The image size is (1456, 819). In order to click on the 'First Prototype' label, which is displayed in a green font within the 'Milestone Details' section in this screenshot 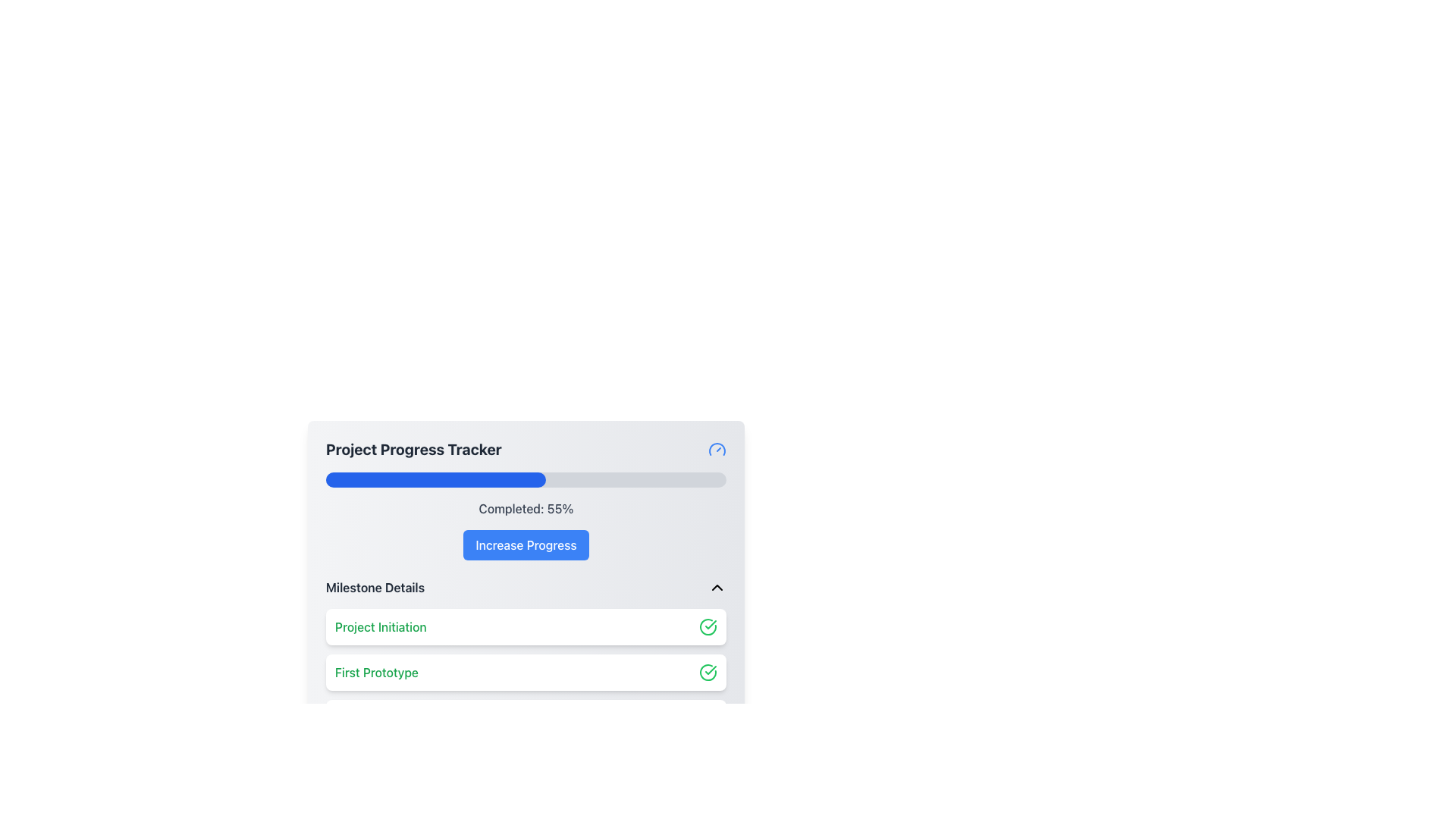, I will do `click(377, 672)`.